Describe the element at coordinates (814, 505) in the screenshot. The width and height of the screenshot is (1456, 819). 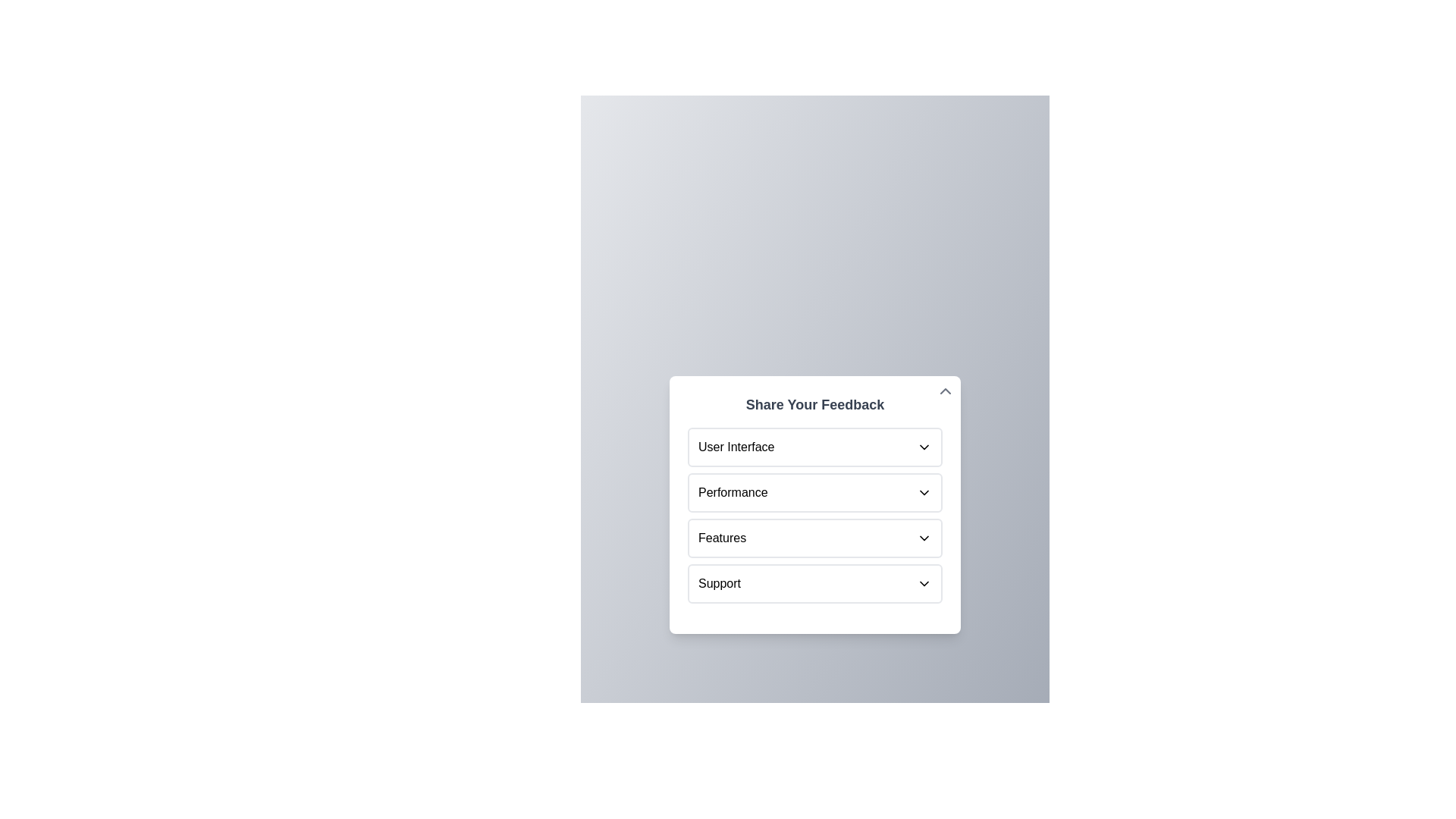
I see `the 'Performance' dropdown menu, which is the second item under 'Share Your Feedback'` at that location.